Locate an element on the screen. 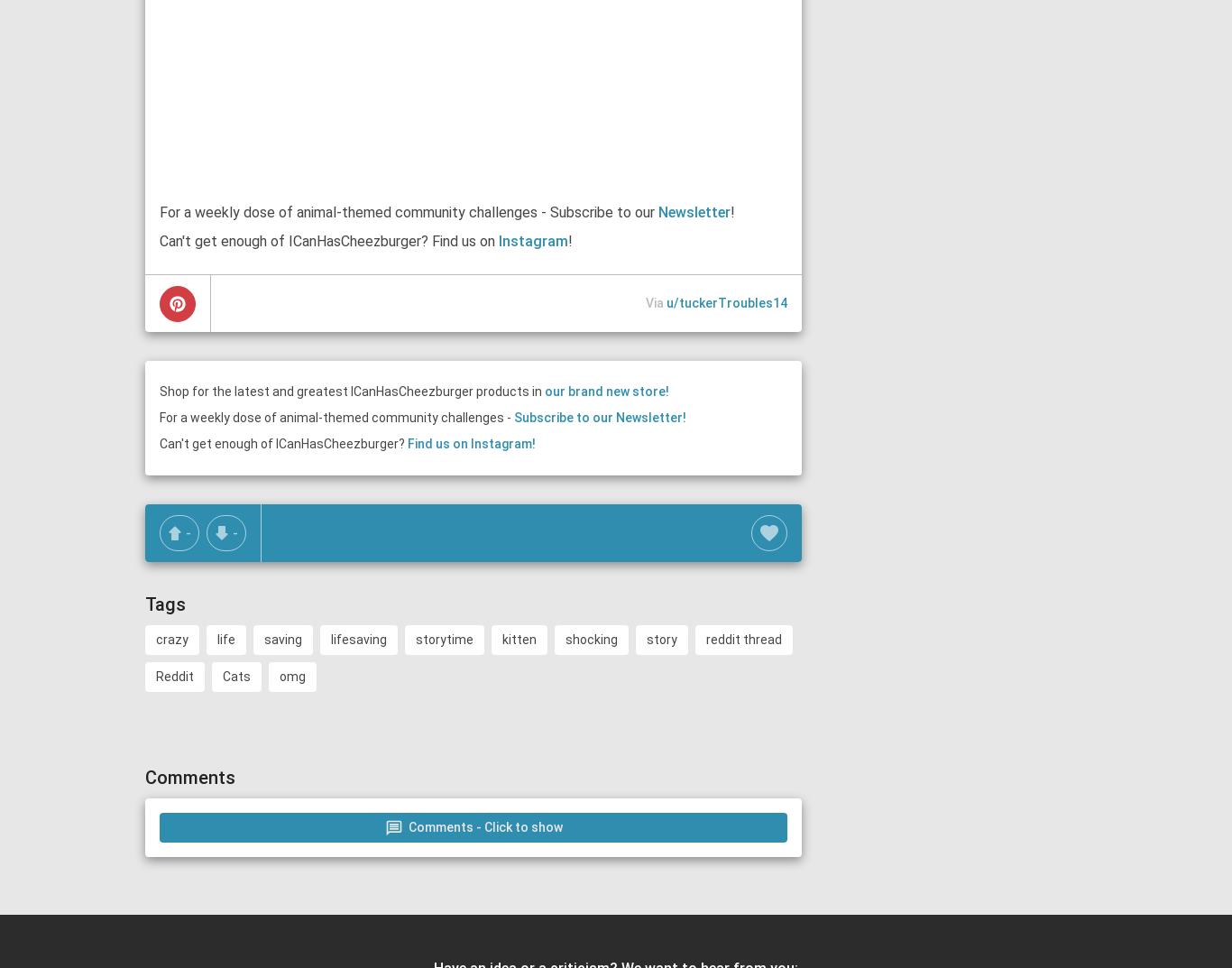  'Subscribe to our Newsletter!' is located at coordinates (599, 417).